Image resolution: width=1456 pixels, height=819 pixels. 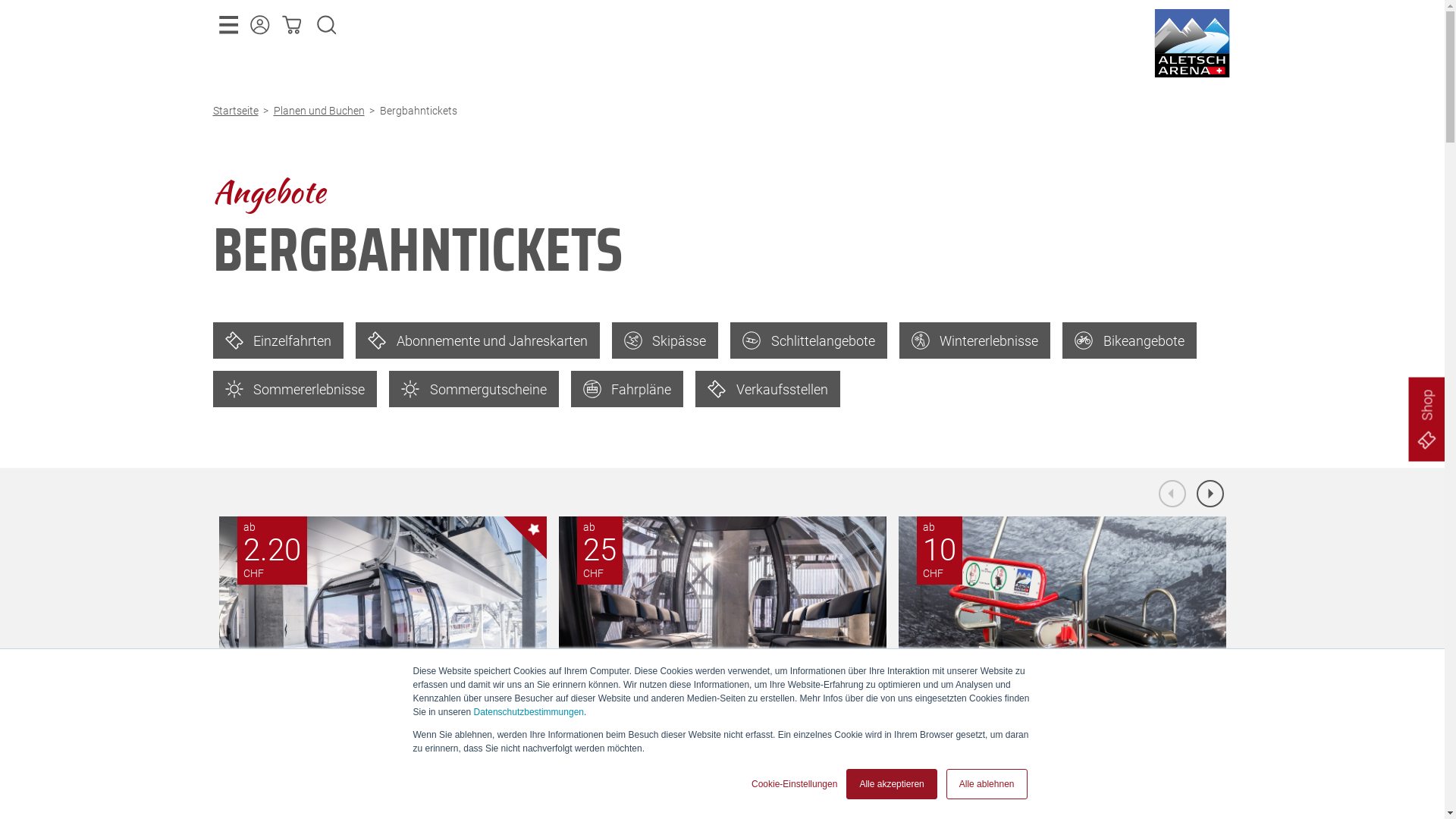 I want to click on 'Planen und Buchen', so click(x=320, y=110).